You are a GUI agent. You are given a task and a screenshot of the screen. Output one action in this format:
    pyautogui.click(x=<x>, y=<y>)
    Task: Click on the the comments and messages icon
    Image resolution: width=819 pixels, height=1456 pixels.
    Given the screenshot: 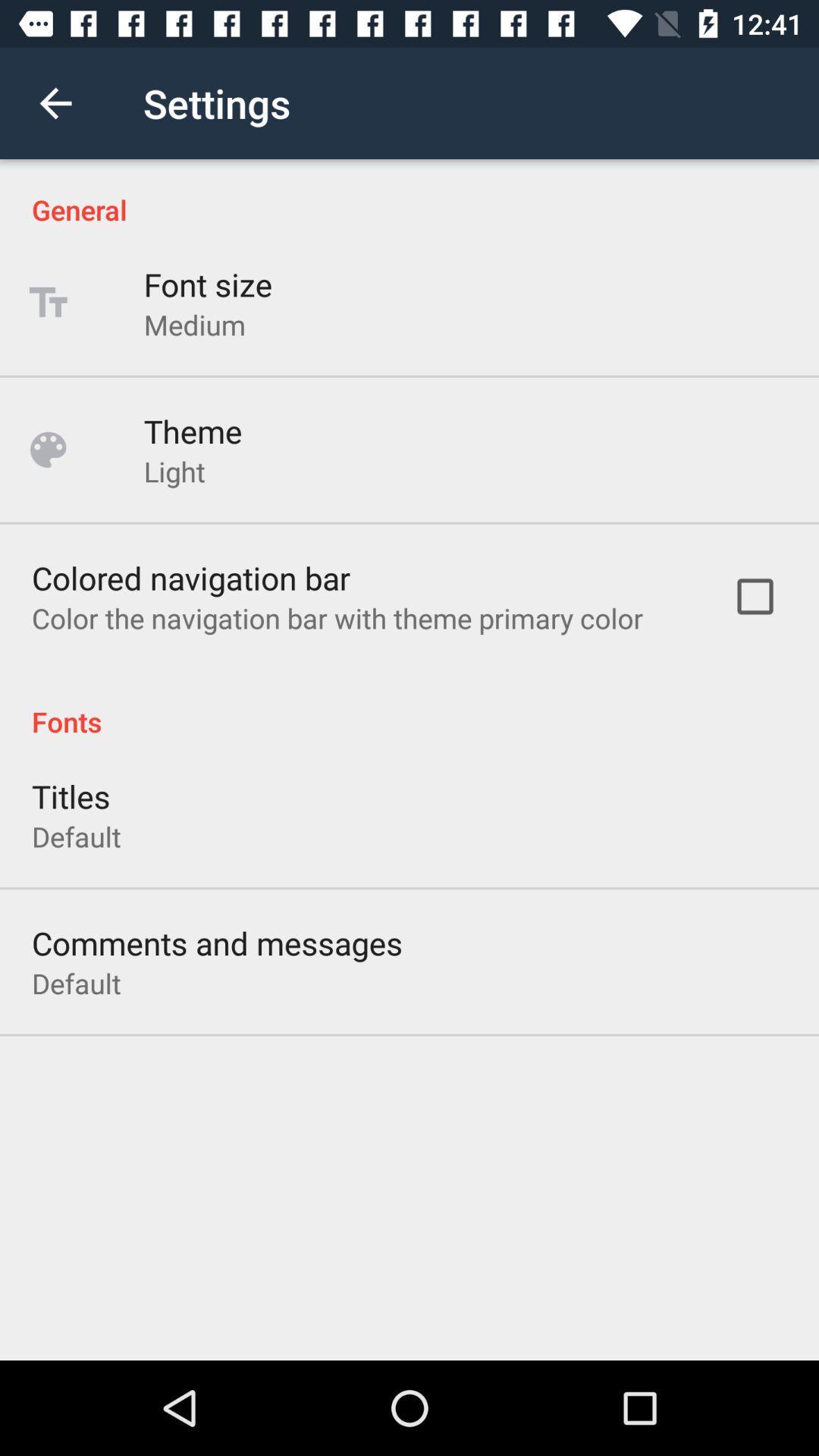 What is the action you would take?
    pyautogui.click(x=217, y=942)
    